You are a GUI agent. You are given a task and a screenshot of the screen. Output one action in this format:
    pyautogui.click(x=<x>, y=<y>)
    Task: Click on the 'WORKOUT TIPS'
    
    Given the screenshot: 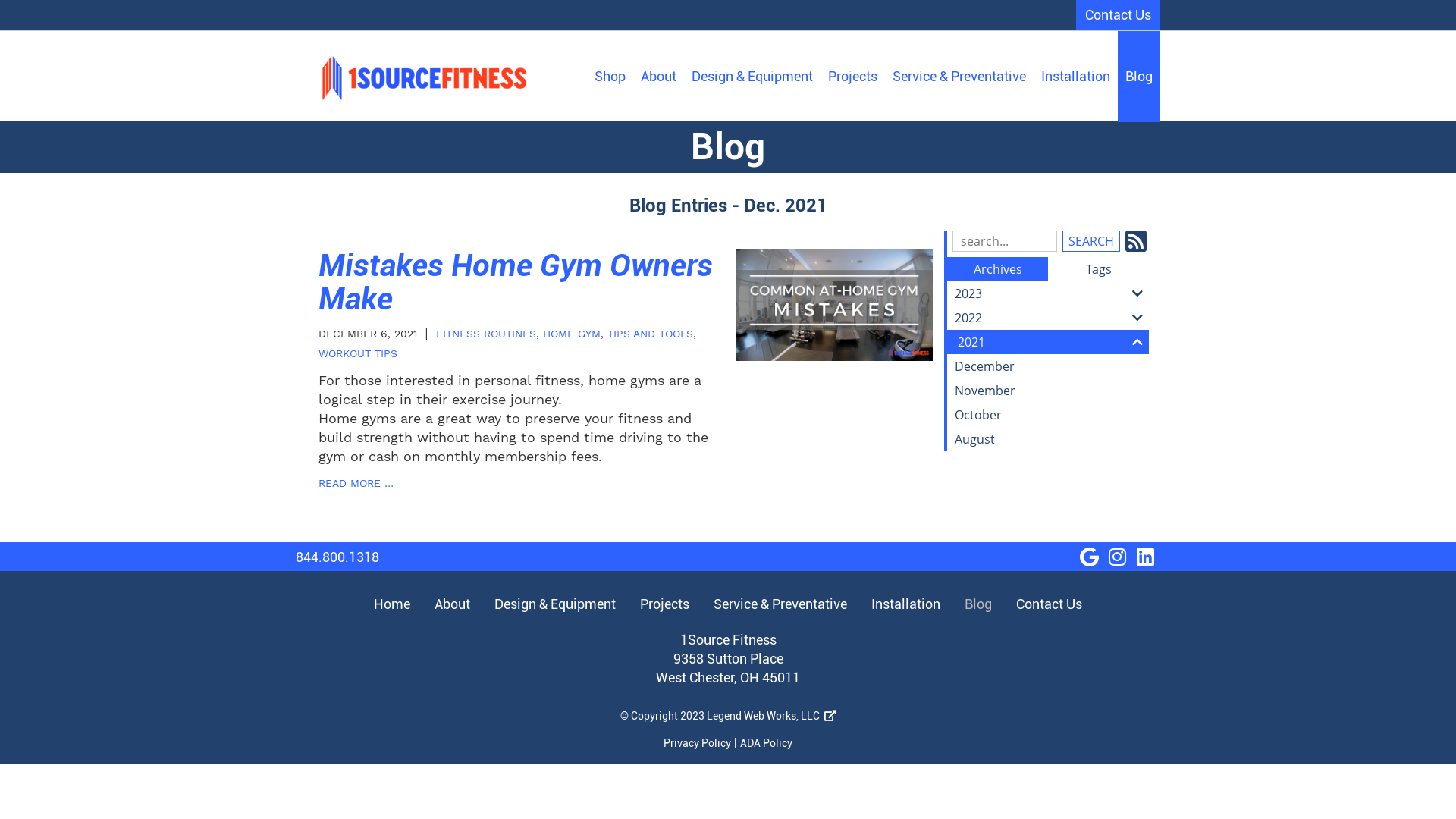 What is the action you would take?
    pyautogui.click(x=356, y=353)
    